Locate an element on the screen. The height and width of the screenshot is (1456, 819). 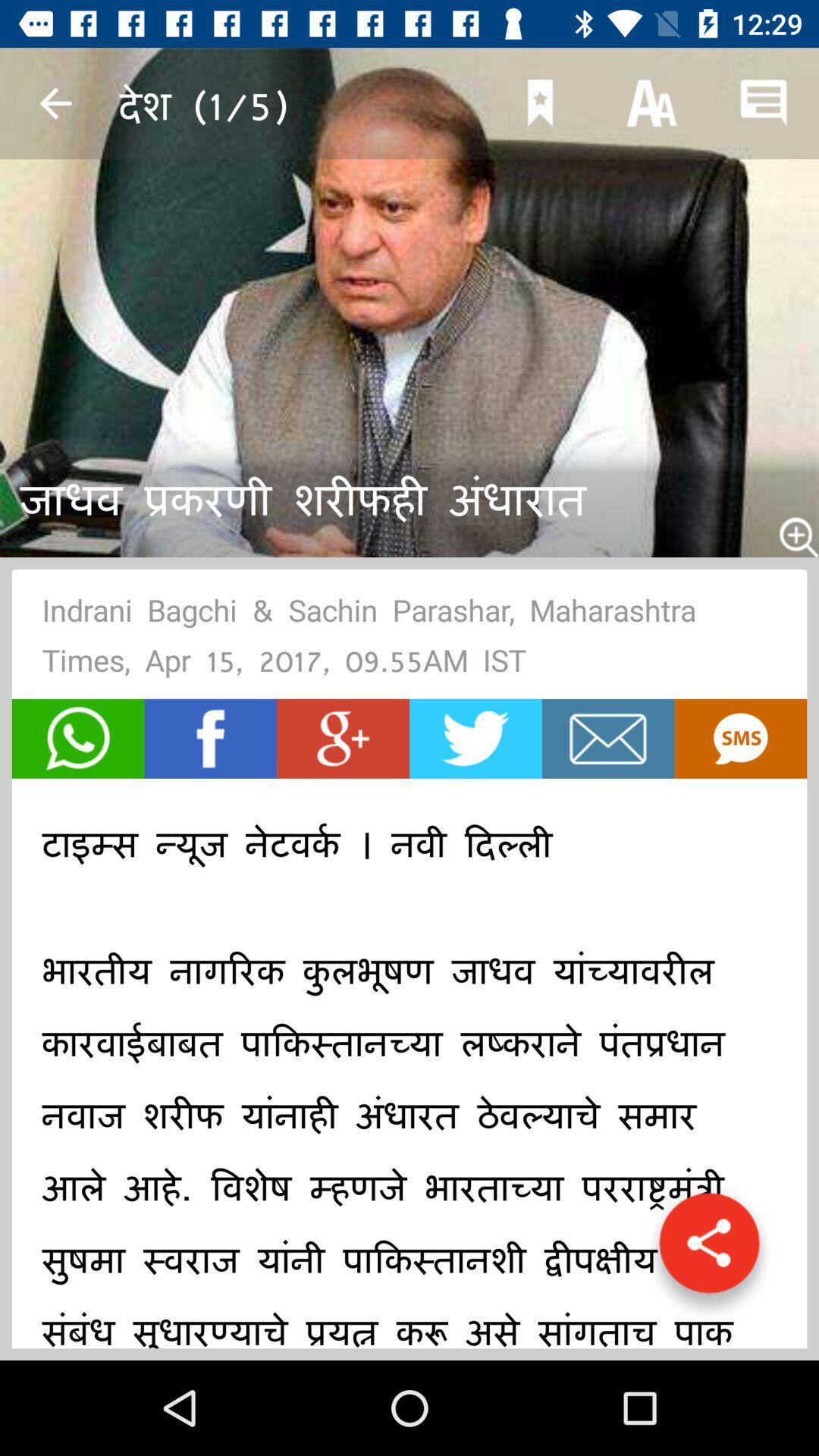
the icon below indrani bagchi sachin is located at coordinates (78, 739).